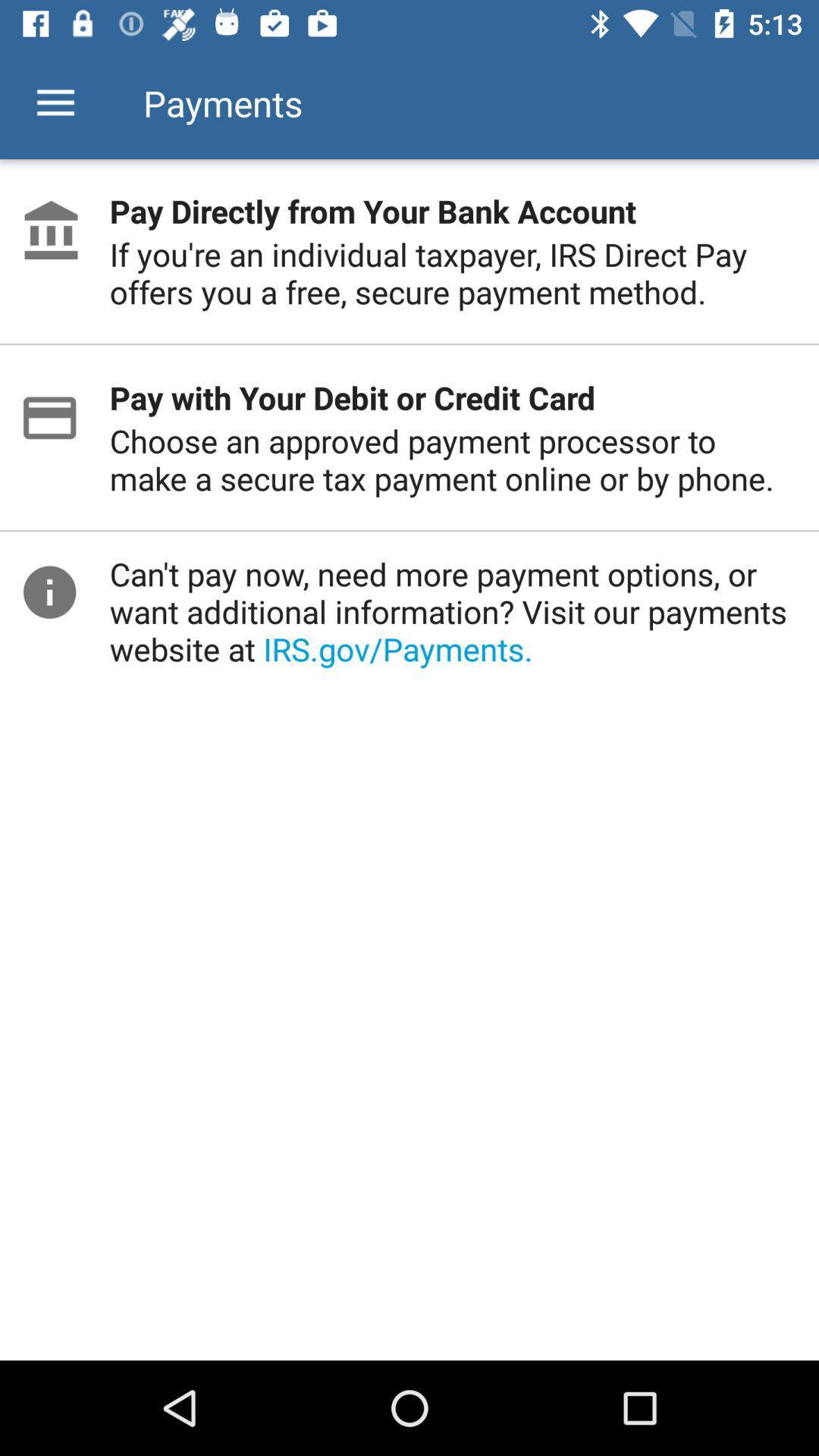  What do you see at coordinates (55, 102) in the screenshot?
I see `item to the left of the payments item` at bounding box center [55, 102].